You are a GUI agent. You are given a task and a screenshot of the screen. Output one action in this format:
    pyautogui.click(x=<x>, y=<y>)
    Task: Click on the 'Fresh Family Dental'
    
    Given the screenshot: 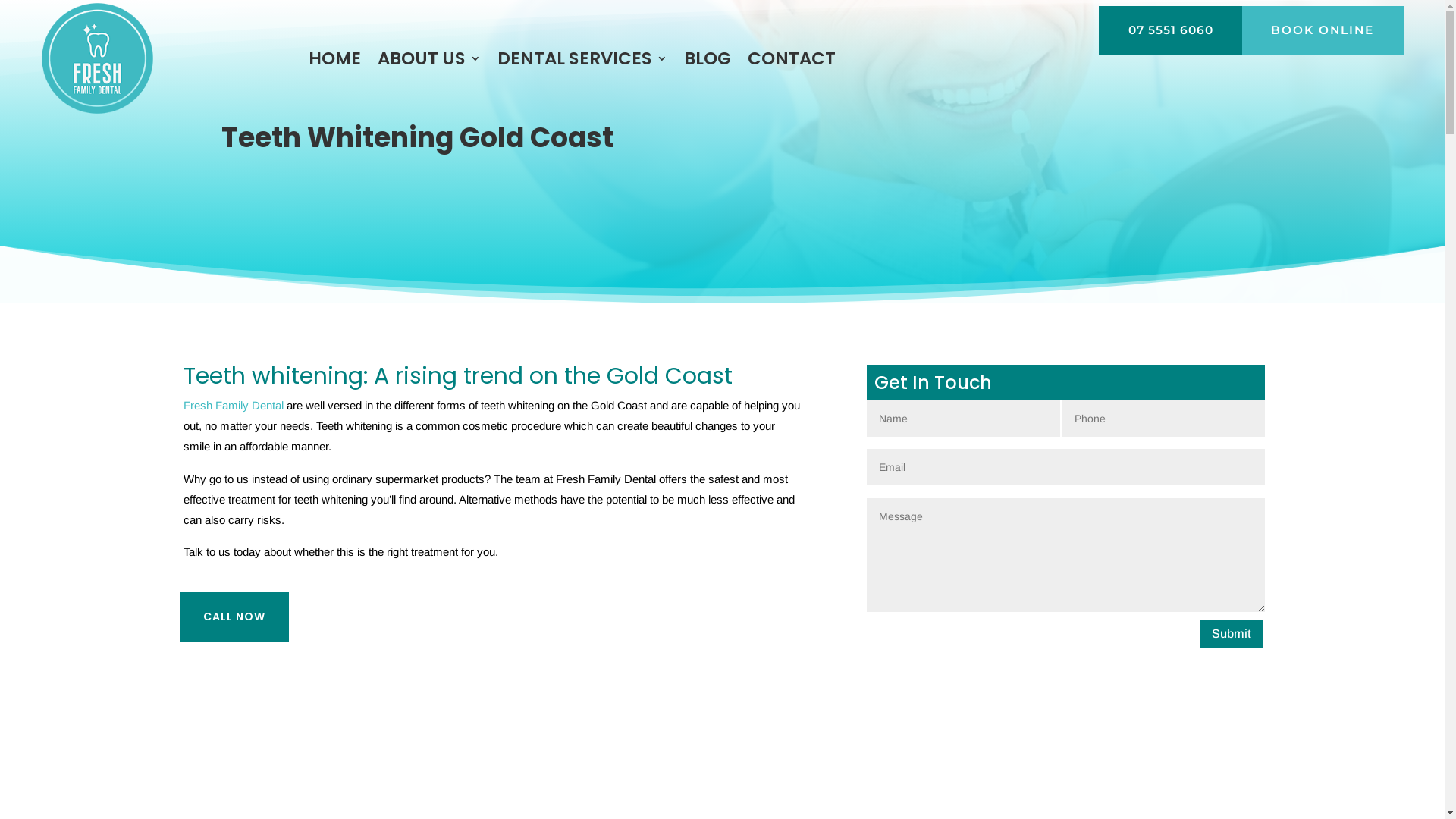 What is the action you would take?
    pyautogui.click(x=232, y=404)
    